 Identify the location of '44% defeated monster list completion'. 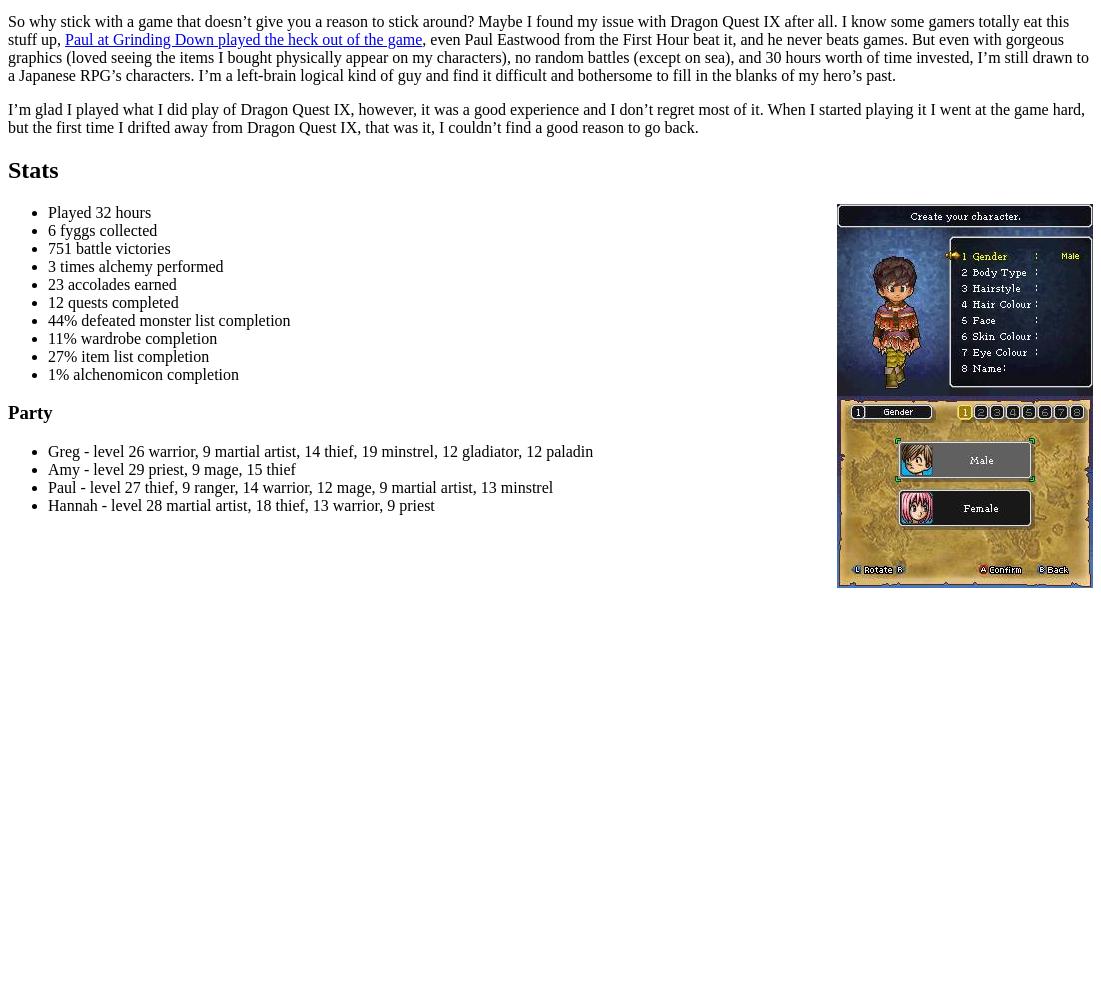
(168, 318).